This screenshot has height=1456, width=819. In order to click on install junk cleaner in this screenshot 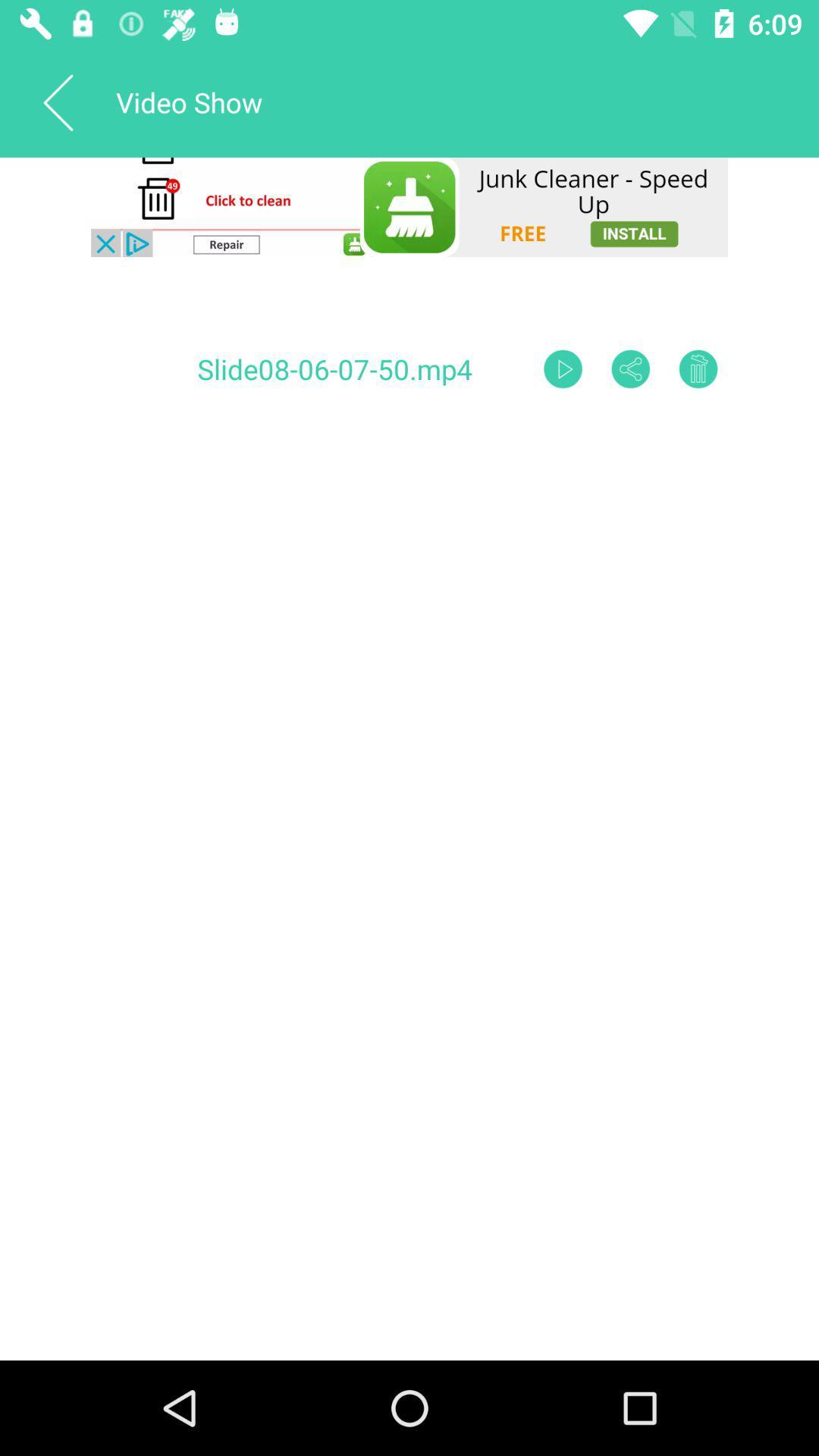, I will do `click(409, 206)`.